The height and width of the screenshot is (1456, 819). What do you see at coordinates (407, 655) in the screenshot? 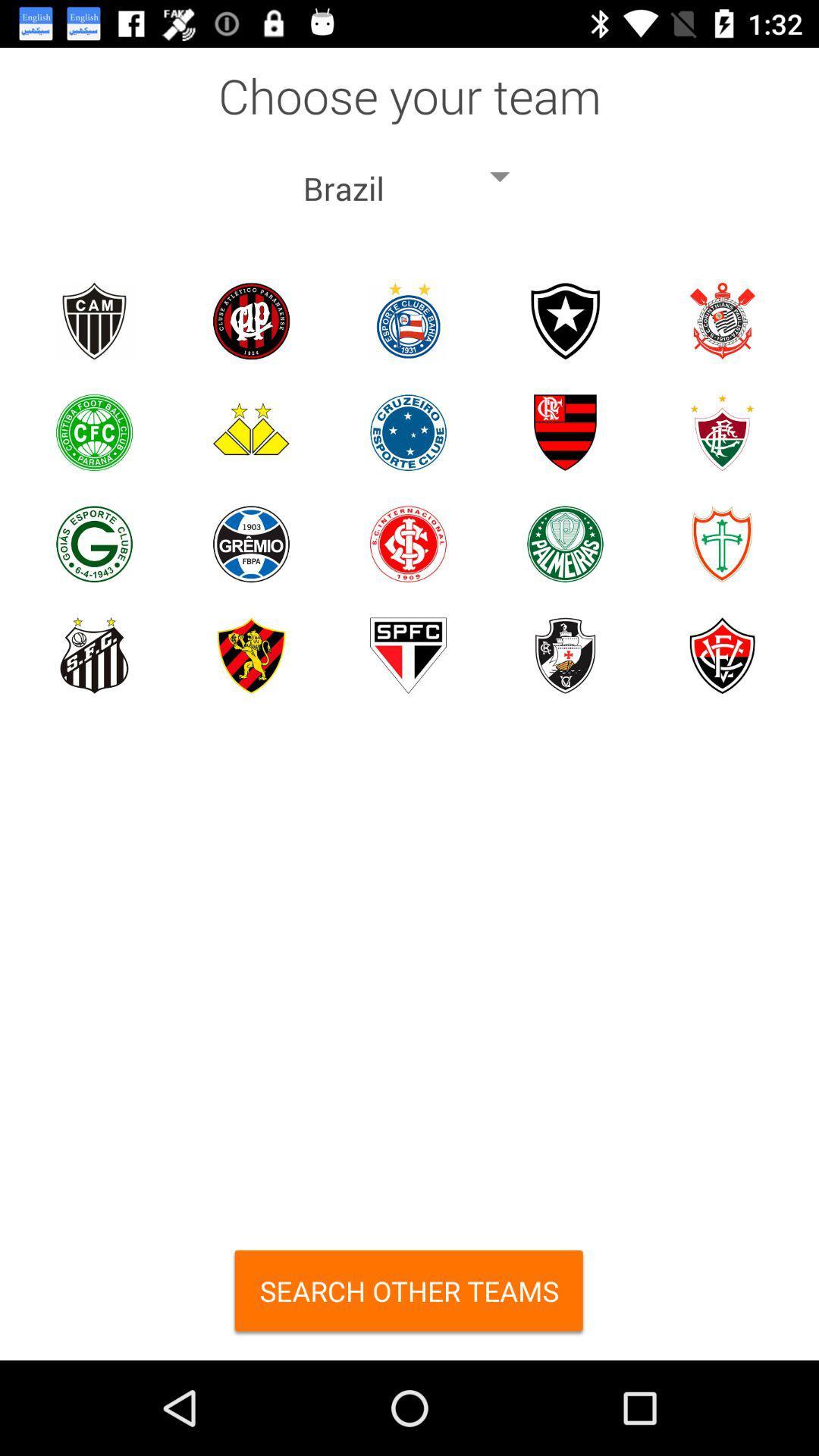
I see `so paulo futebol clube` at bounding box center [407, 655].